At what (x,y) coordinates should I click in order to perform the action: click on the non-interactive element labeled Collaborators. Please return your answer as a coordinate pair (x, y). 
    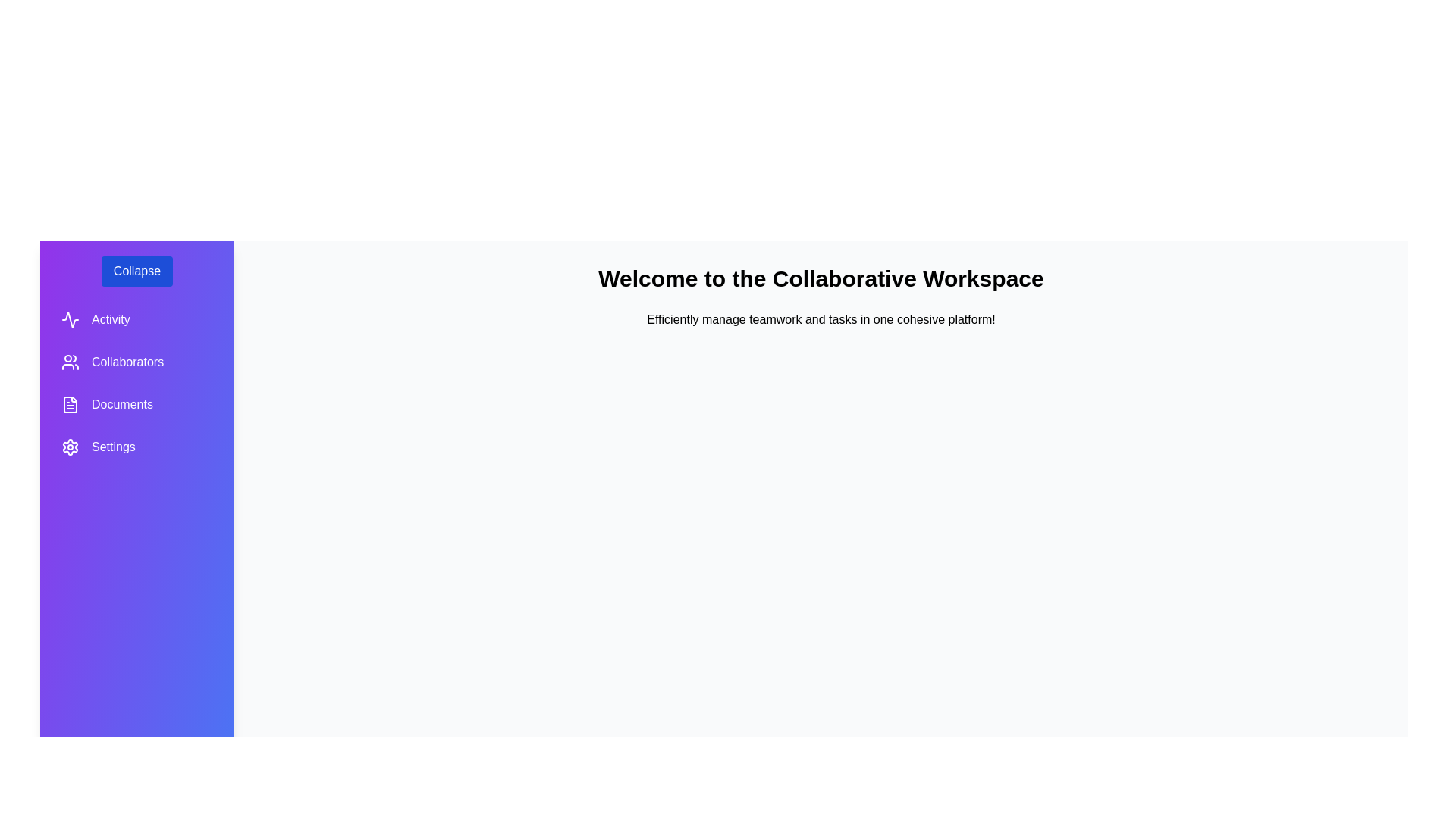
    Looking at the image, I should click on (137, 362).